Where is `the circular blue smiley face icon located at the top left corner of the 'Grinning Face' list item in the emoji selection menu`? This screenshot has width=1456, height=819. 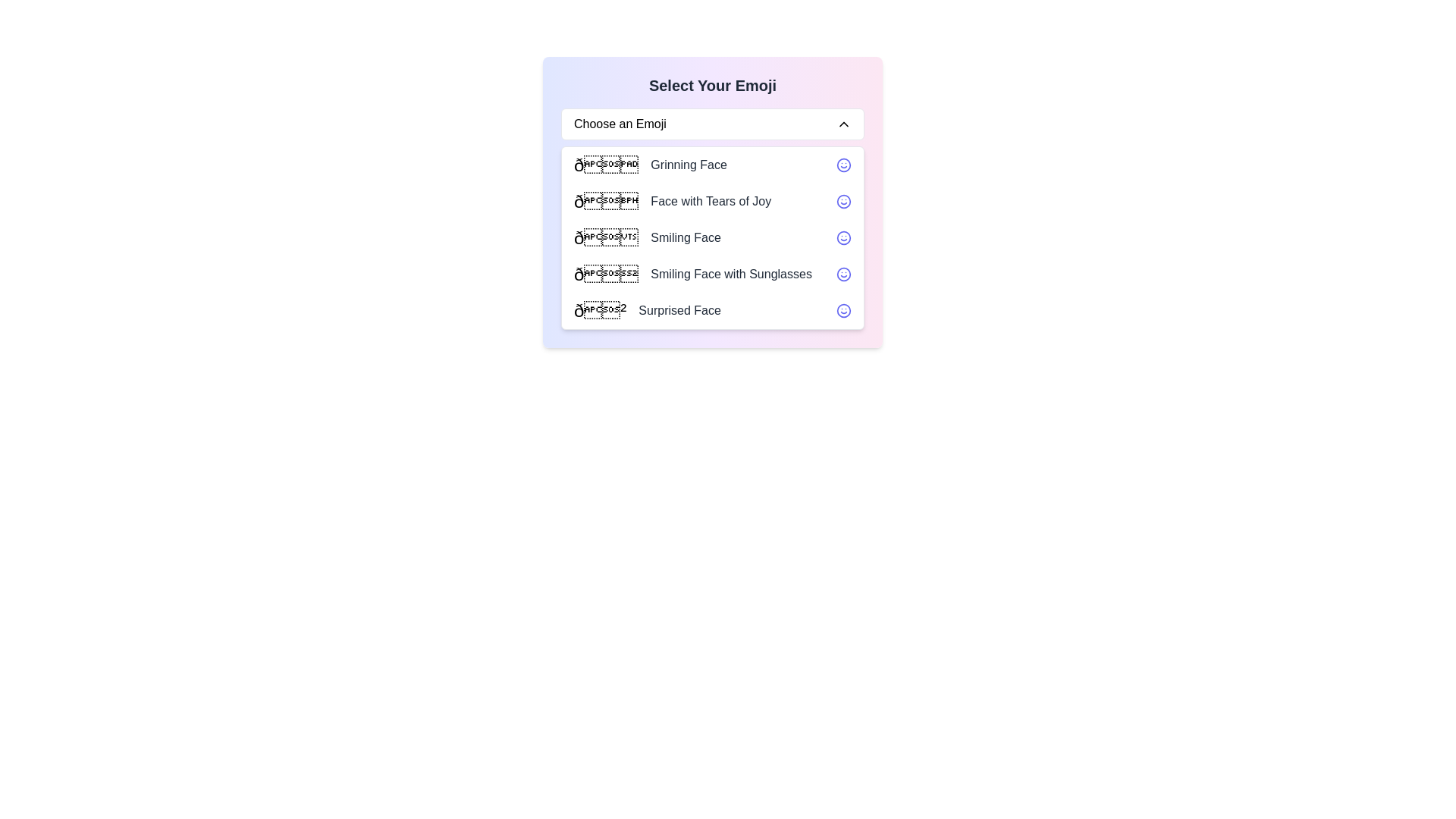 the circular blue smiley face icon located at the top left corner of the 'Grinning Face' list item in the emoji selection menu is located at coordinates (843, 165).